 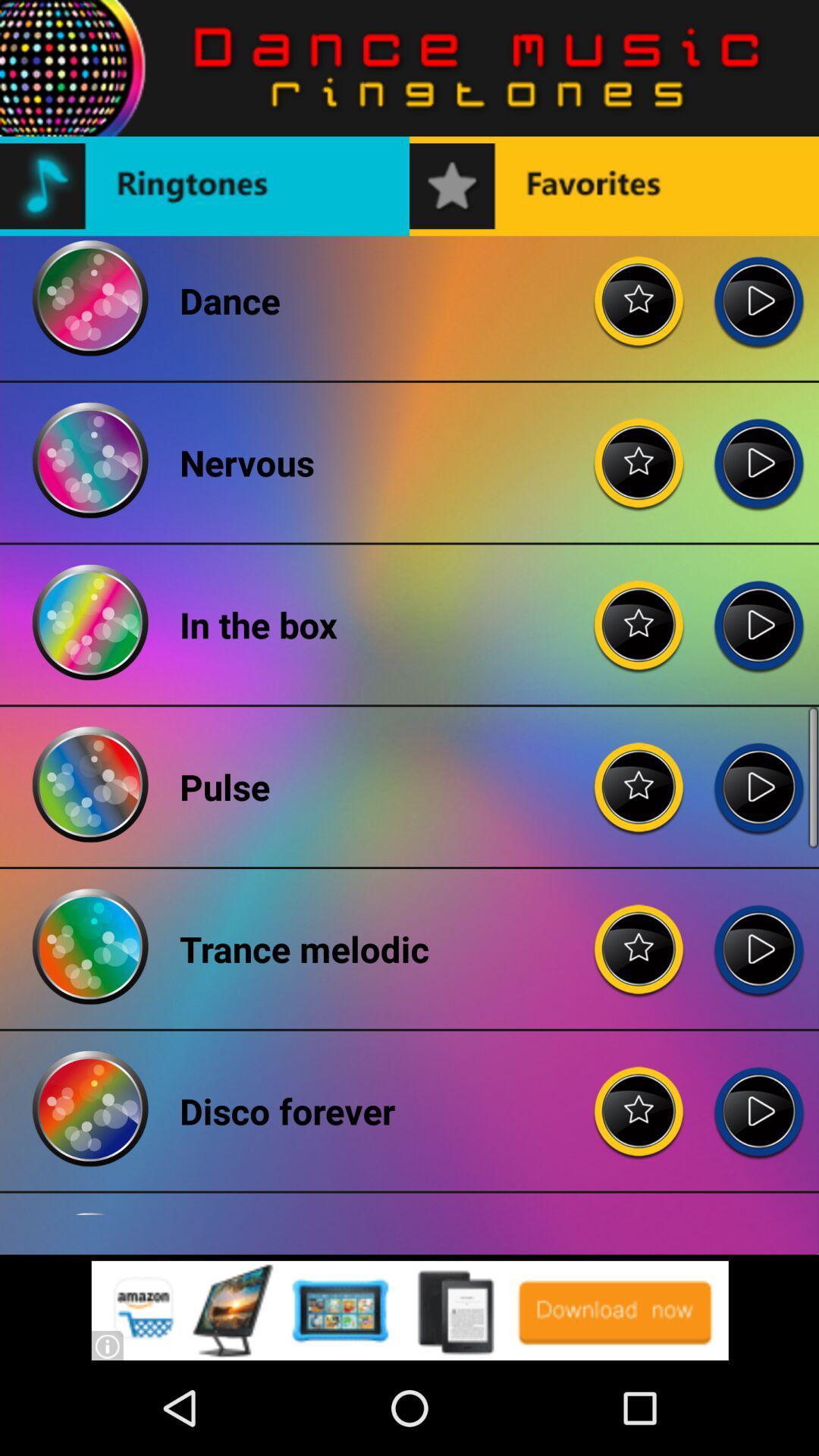 I want to click on pulse audio, so click(x=758, y=775).